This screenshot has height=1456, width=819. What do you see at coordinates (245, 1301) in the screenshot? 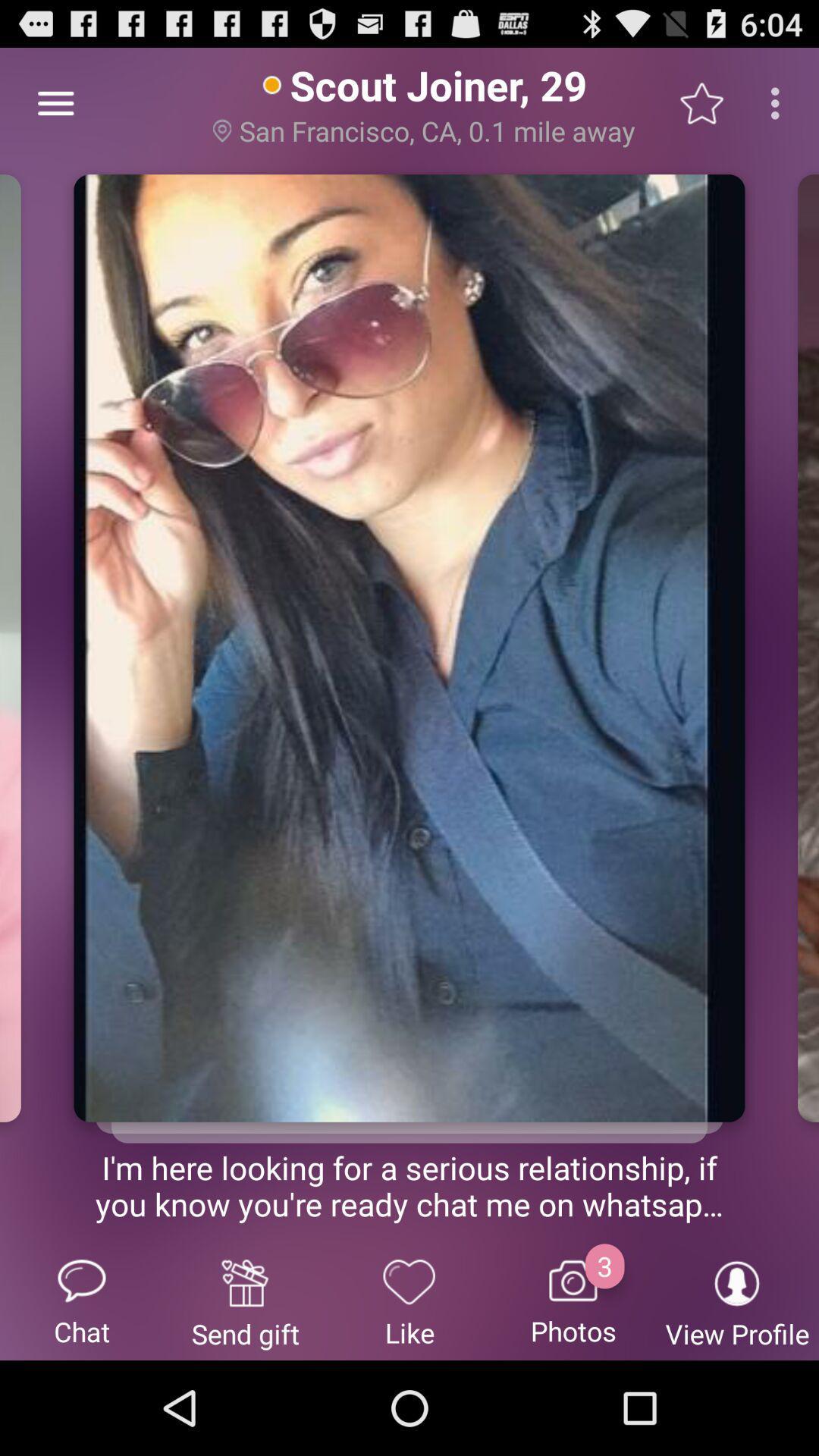
I see `the second option from the left bottom of the page` at bounding box center [245, 1301].